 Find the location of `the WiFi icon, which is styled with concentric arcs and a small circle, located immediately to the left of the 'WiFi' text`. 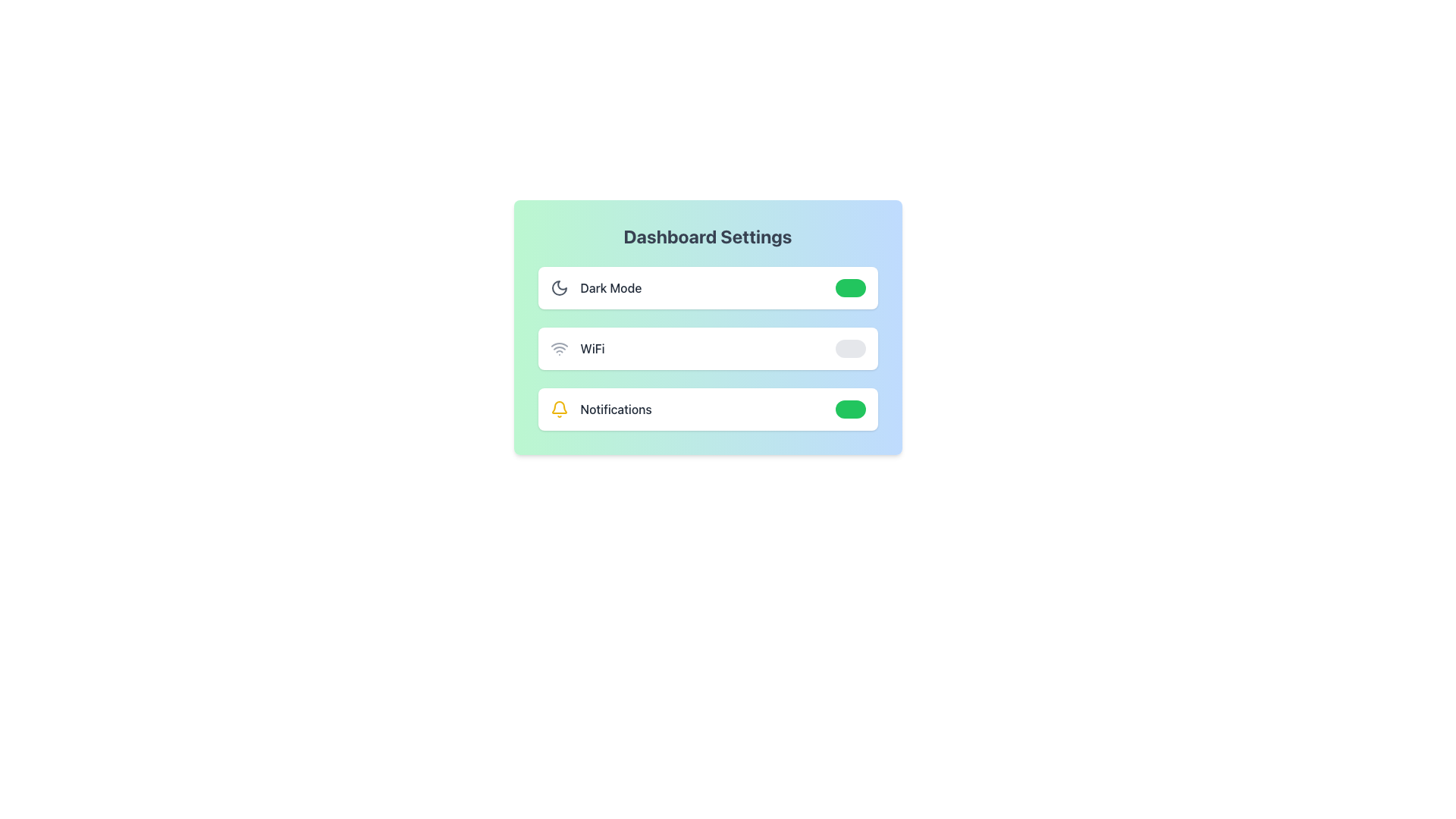

the WiFi icon, which is styled with concentric arcs and a small circle, located immediately to the left of the 'WiFi' text is located at coordinates (558, 348).